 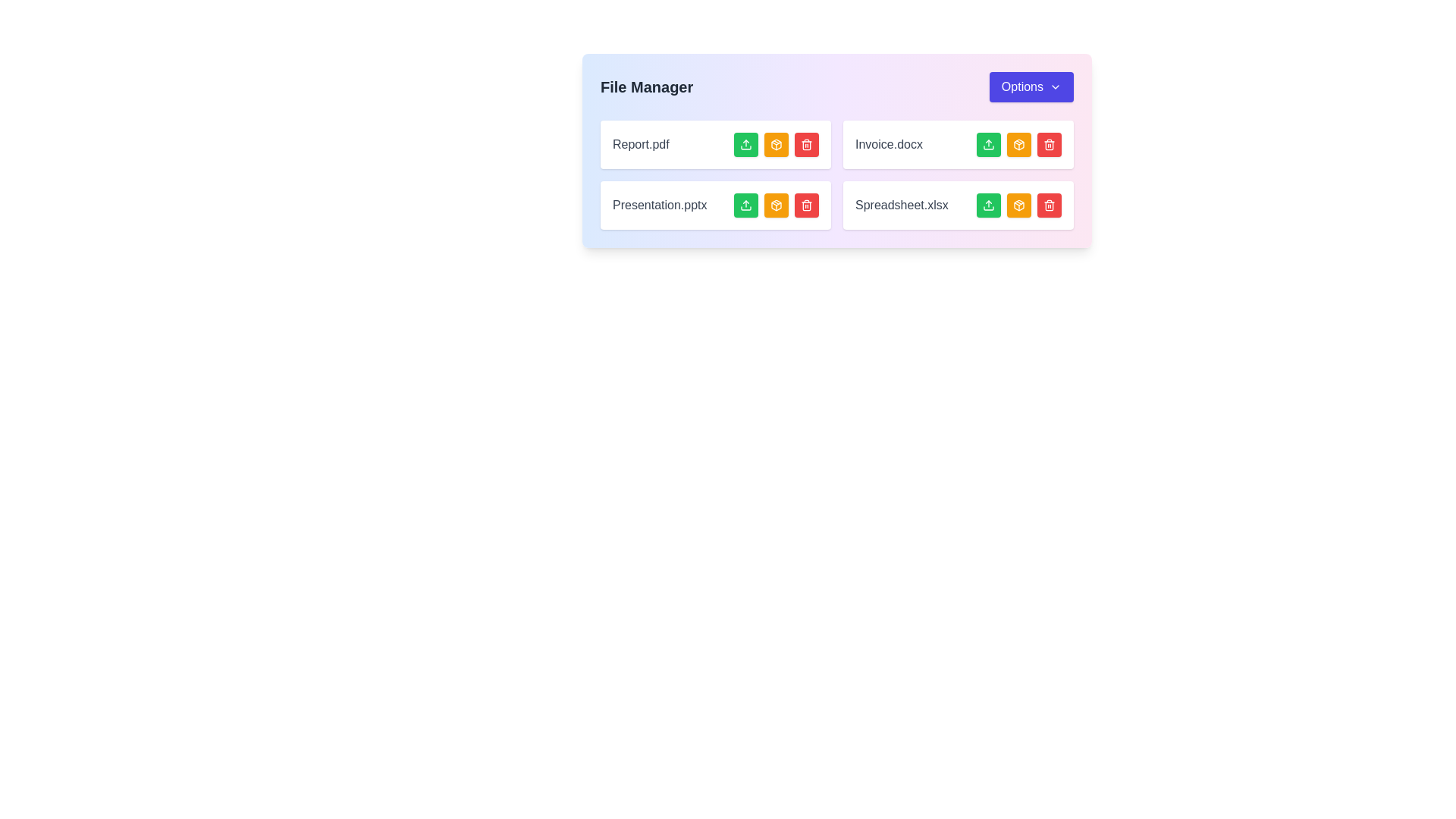 I want to click on the green button with rounded corners and an upload arrow icon, located below the 'File Manager' label, so click(x=745, y=145).